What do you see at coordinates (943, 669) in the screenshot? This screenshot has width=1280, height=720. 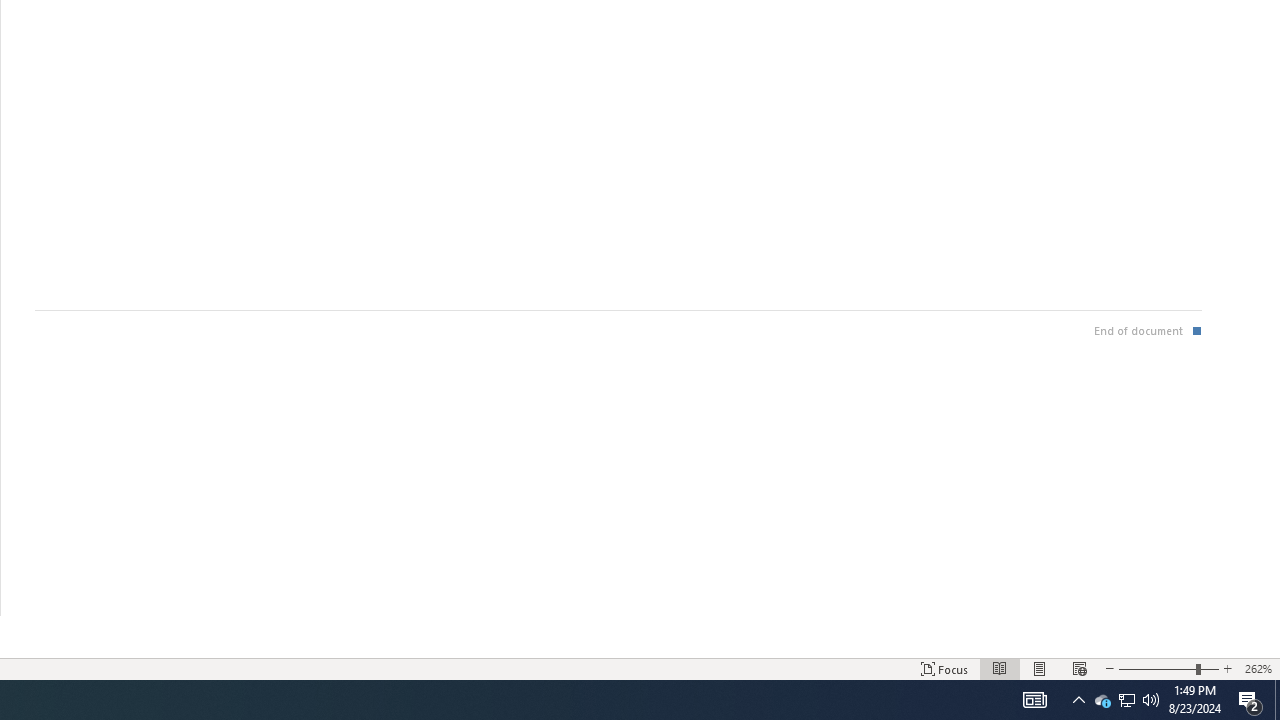 I see `'Focus '` at bounding box center [943, 669].